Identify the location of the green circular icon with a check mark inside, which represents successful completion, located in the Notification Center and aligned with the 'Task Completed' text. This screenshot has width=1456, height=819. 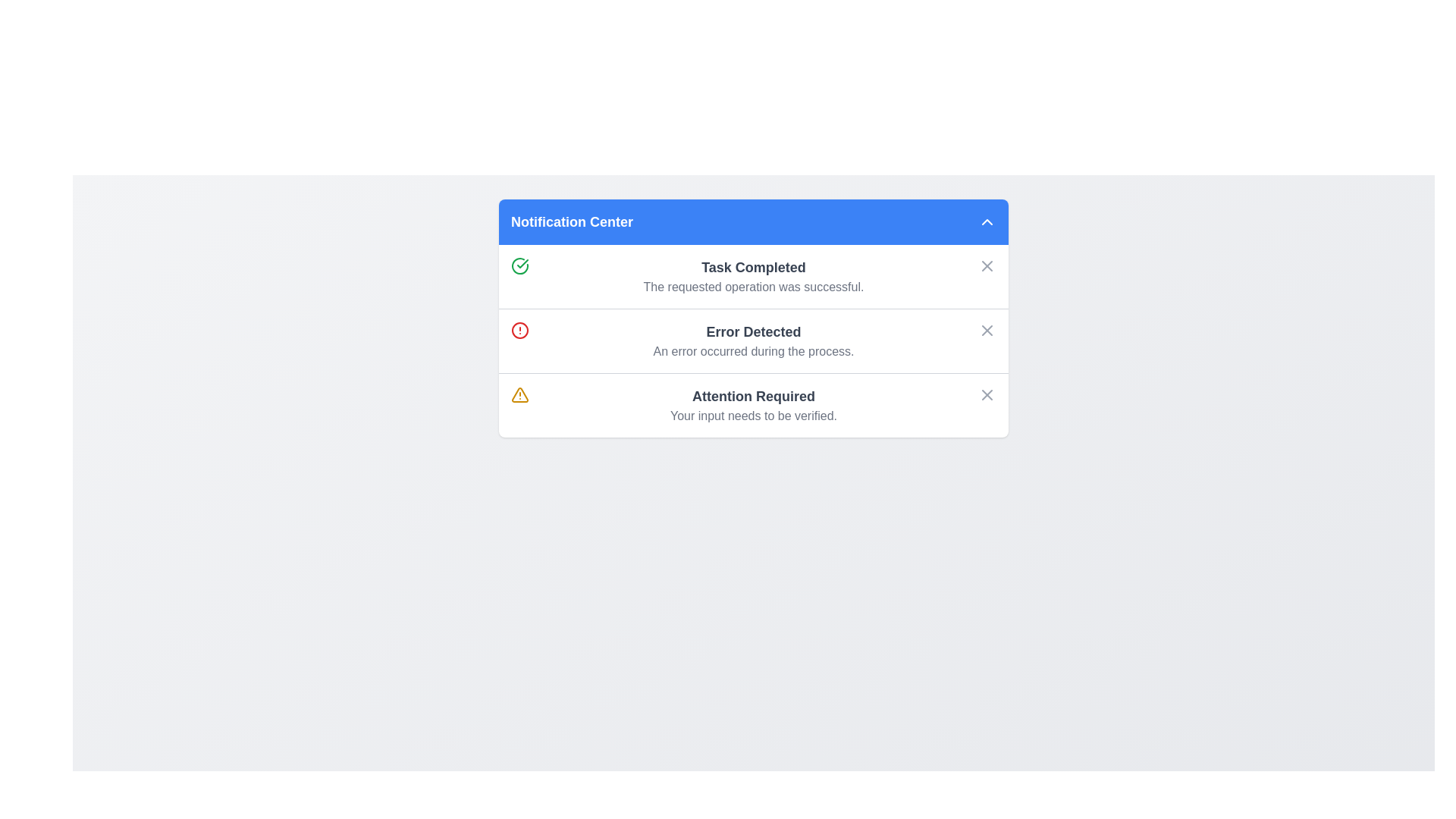
(520, 265).